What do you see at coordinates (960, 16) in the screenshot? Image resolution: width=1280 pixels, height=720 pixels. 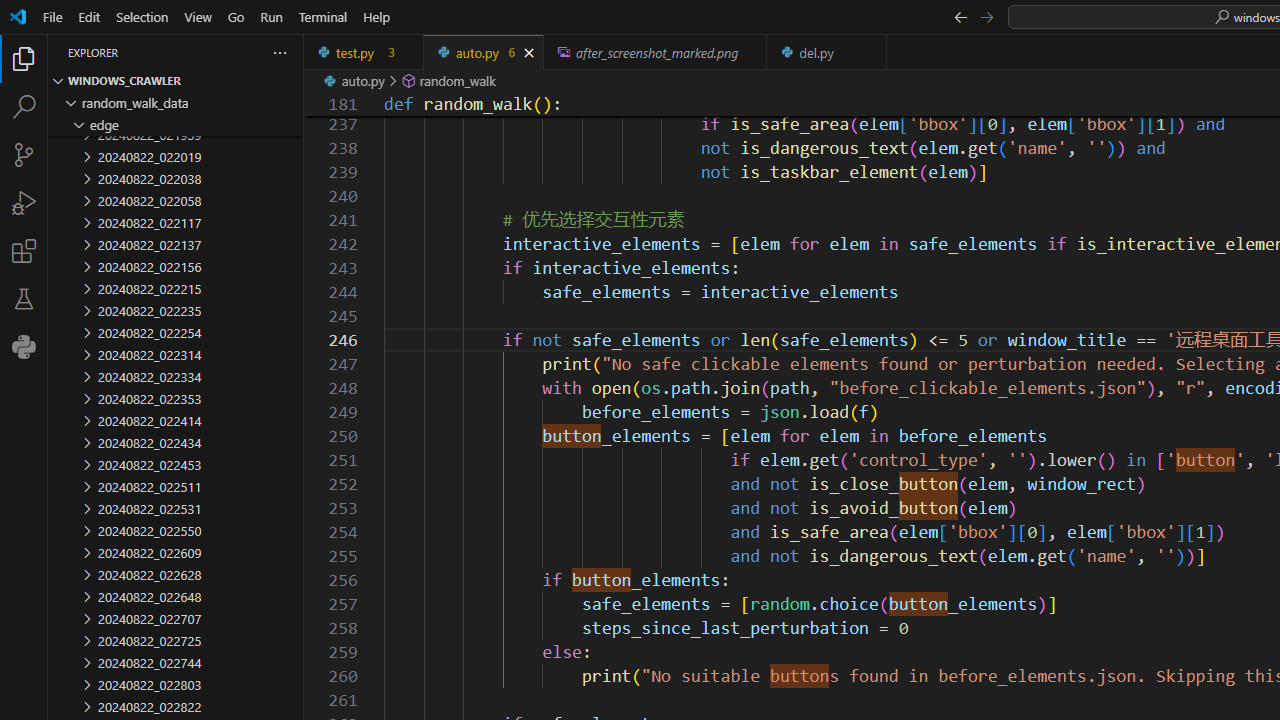 I see `'Go Back (Alt+LeftArrow)'` at bounding box center [960, 16].